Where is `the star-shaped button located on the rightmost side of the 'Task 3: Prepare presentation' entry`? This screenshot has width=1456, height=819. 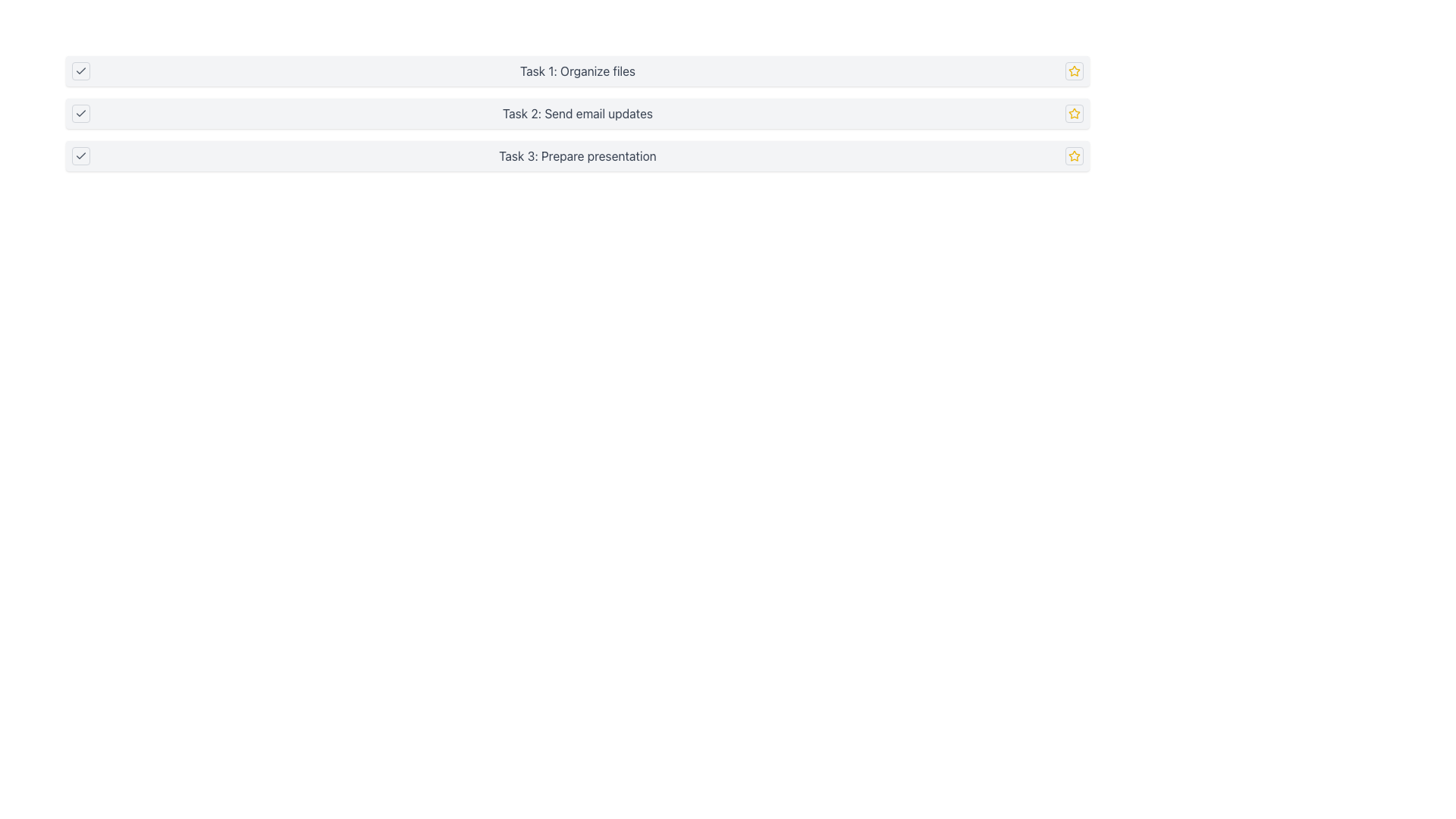 the star-shaped button located on the rightmost side of the 'Task 3: Prepare presentation' entry is located at coordinates (1073, 112).